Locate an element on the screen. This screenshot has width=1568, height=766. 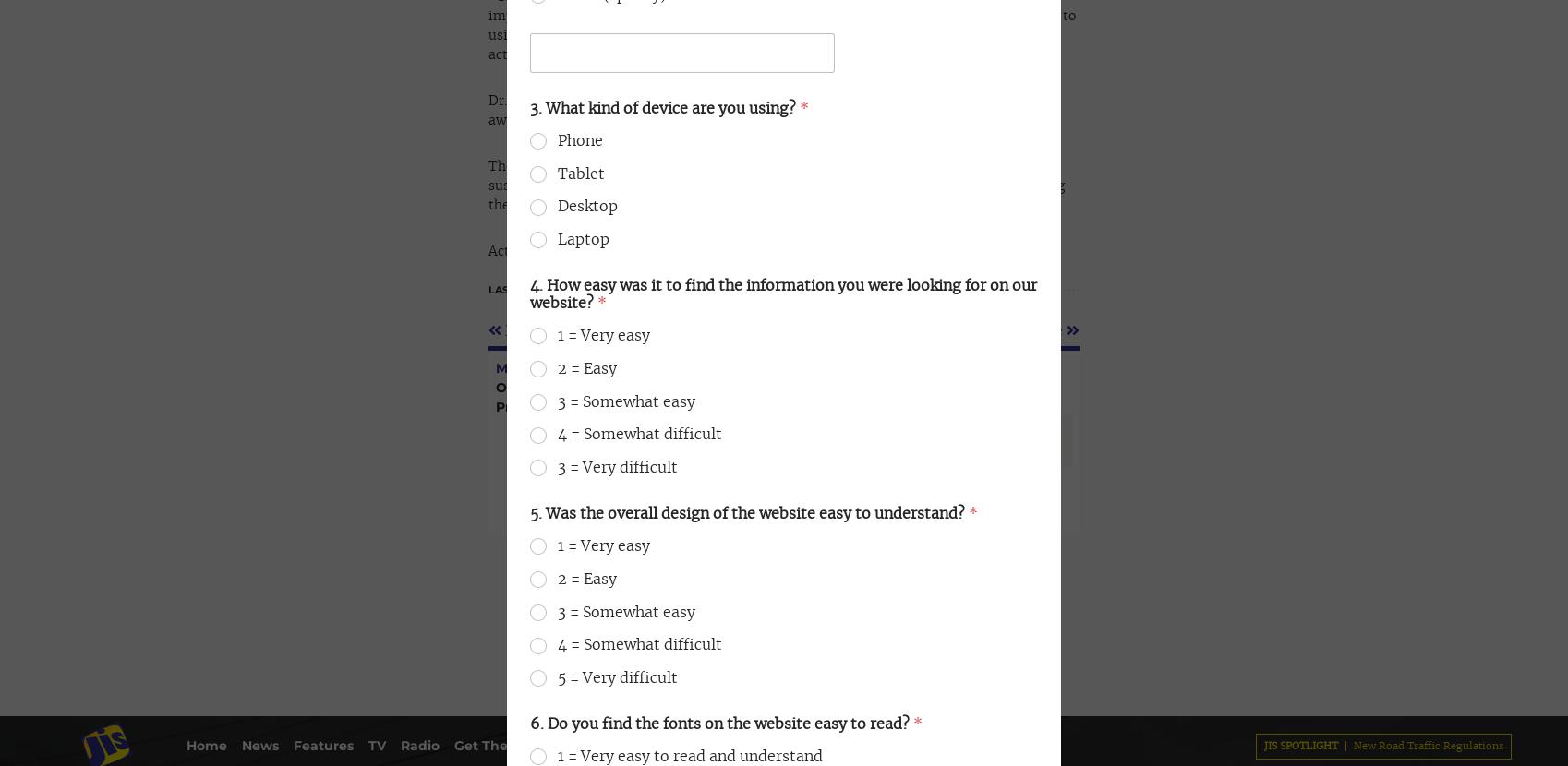
'Prime Minister' is located at coordinates (603, 83).